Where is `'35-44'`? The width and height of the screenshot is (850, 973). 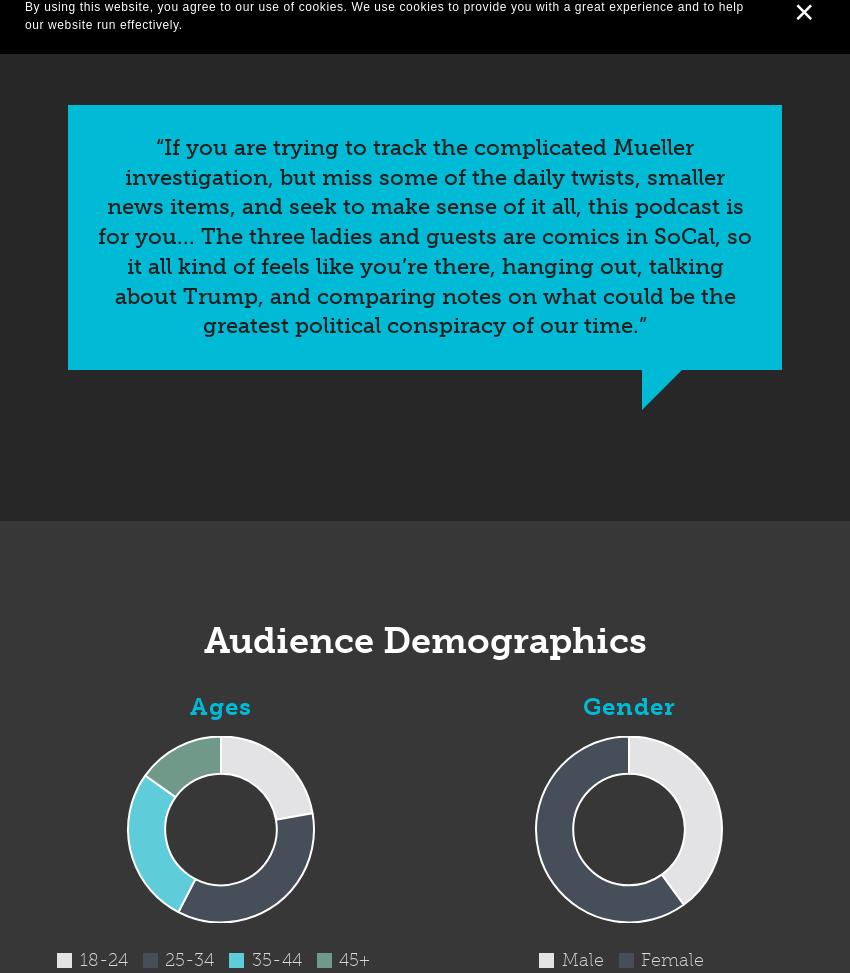 '35-44' is located at coordinates (274, 958).